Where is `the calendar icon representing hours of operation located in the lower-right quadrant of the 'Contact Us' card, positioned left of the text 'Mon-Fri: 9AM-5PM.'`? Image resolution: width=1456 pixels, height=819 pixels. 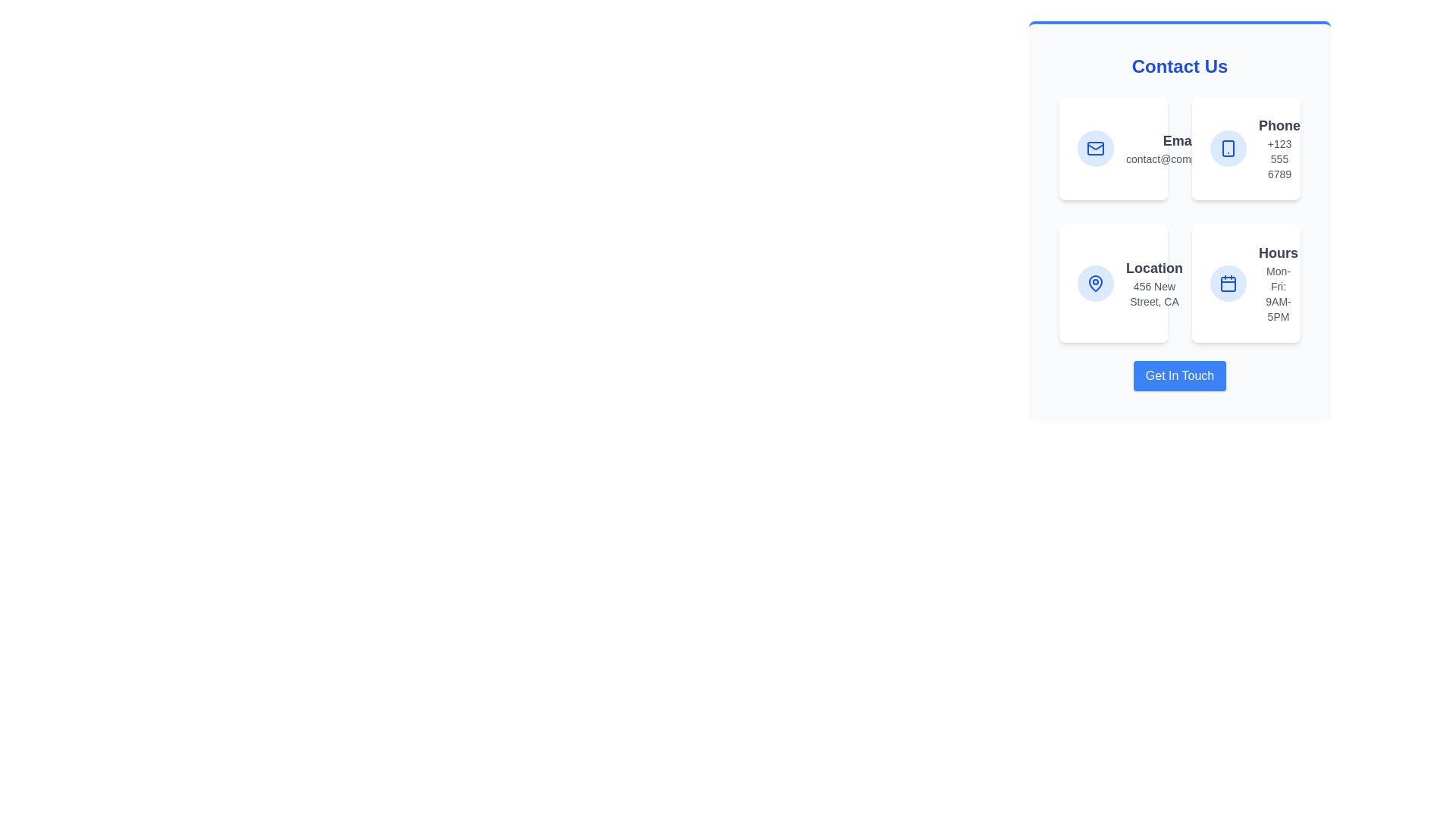
the calendar icon representing hours of operation located in the lower-right quadrant of the 'Contact Us' card, positioned left of the text 'Mon-Fri: 9AM-5PM.' is located at coordinates (1228, 284).